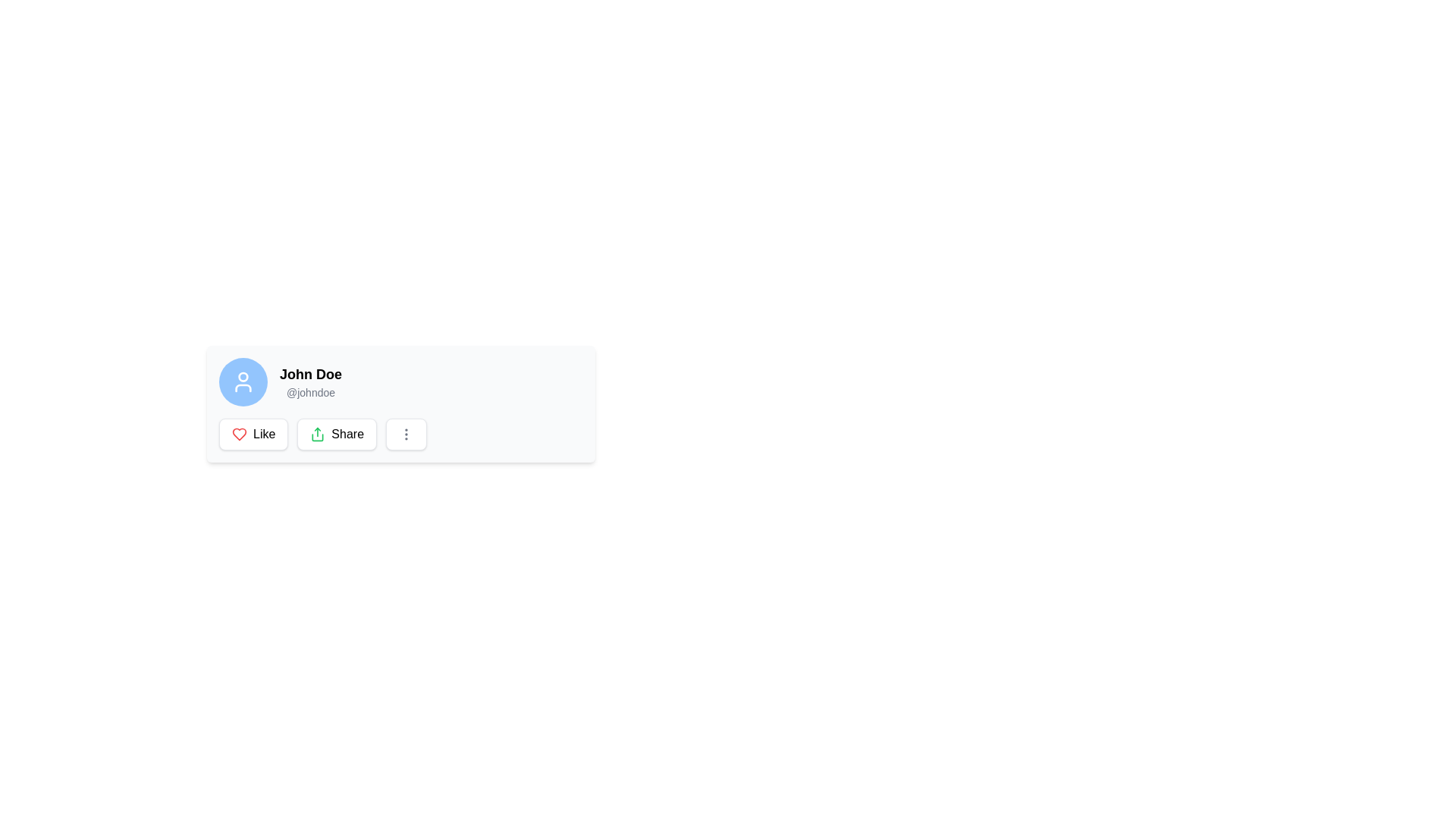  What do you see at coordinates (400, 435) in the screenshot?
I see `the menu button located within the action button group beneath the username 'John Doe'` at bounding box center [400, 435].